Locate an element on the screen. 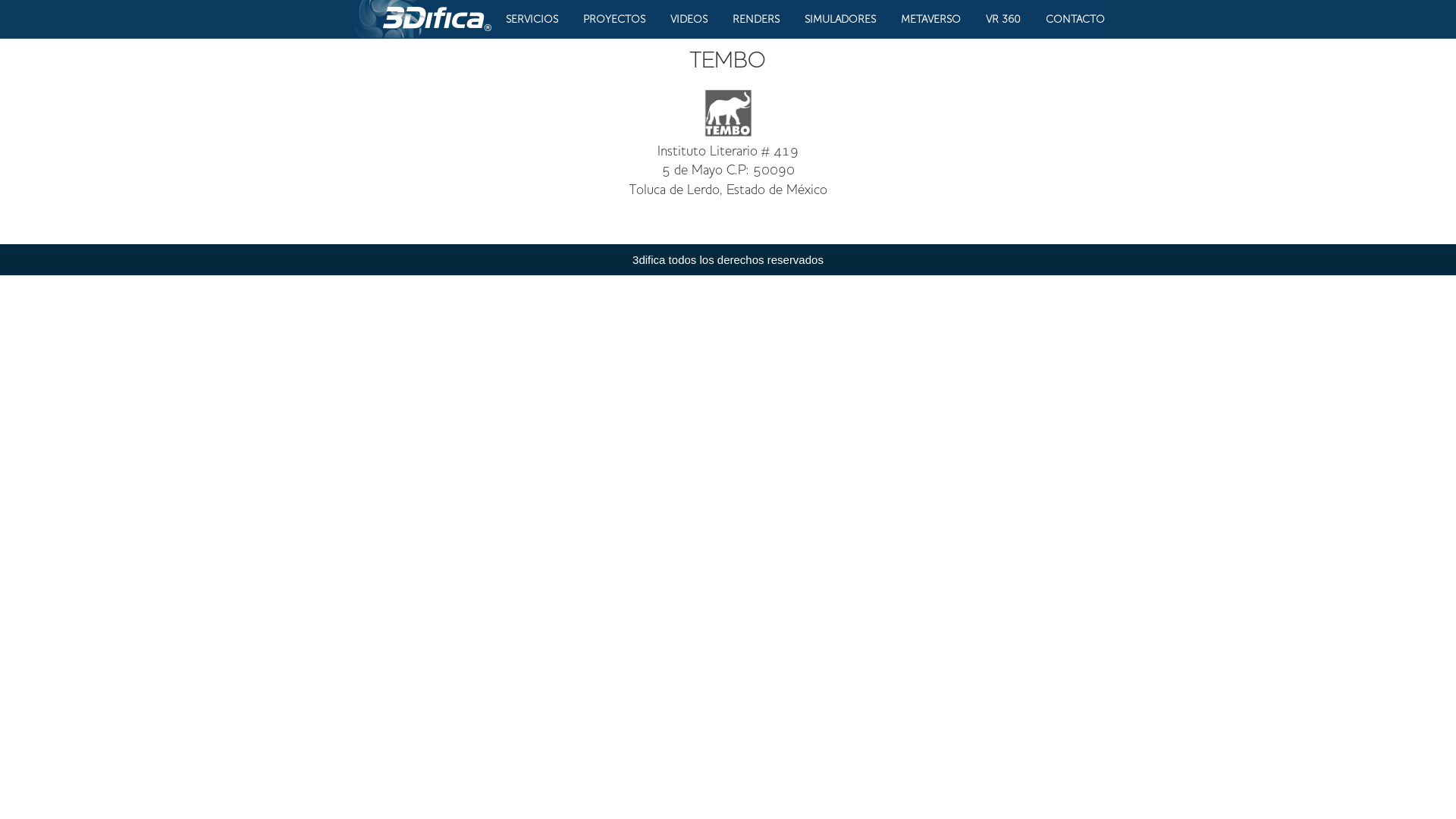 The width and height of the screenshot is (1456, 819). 'SERVICIOS' is located at coordinates (532, 20).